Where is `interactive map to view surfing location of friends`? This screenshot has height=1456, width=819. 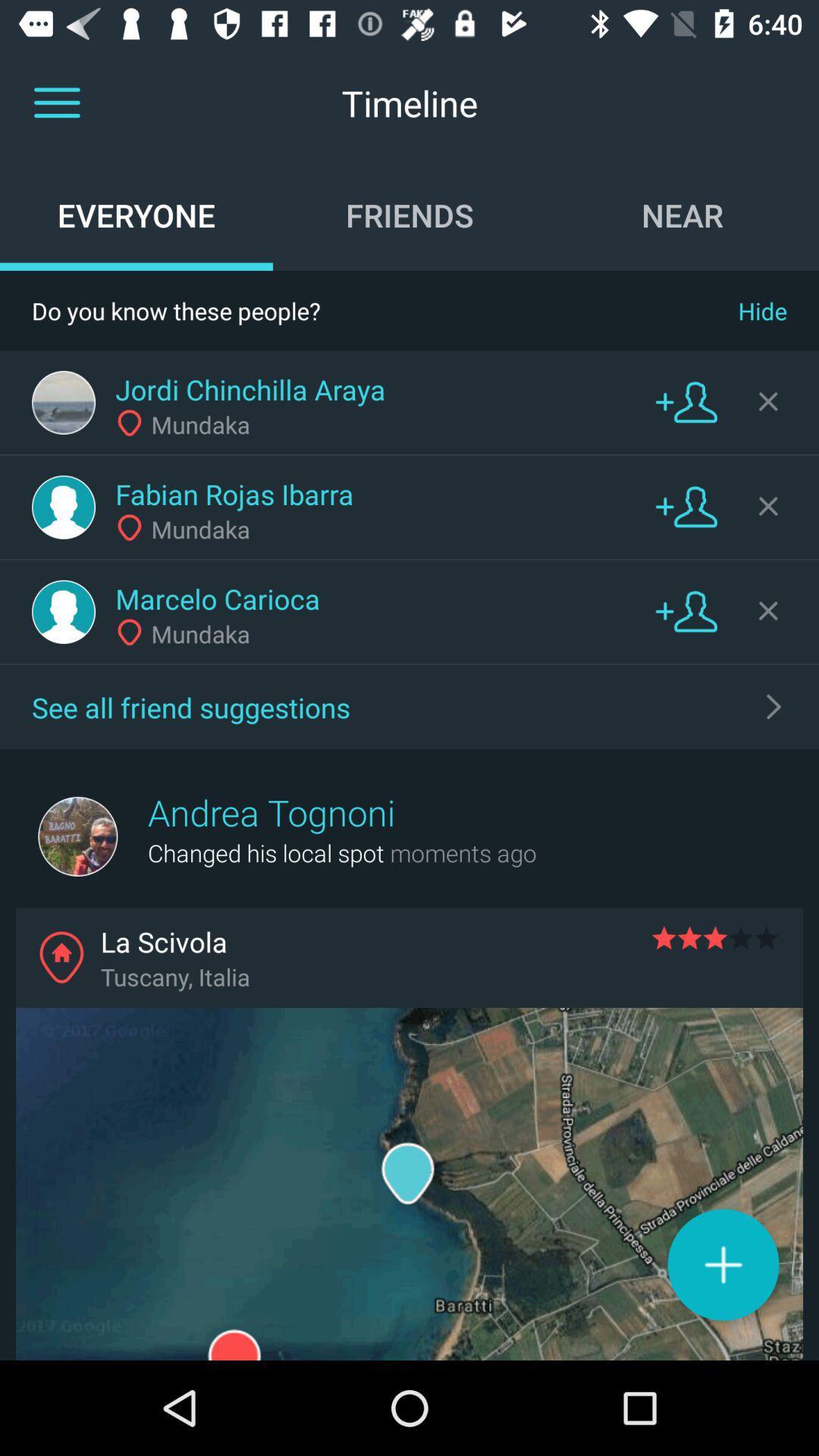
interactive map to view surfing location of friends is located at coordinates (409, 1183).